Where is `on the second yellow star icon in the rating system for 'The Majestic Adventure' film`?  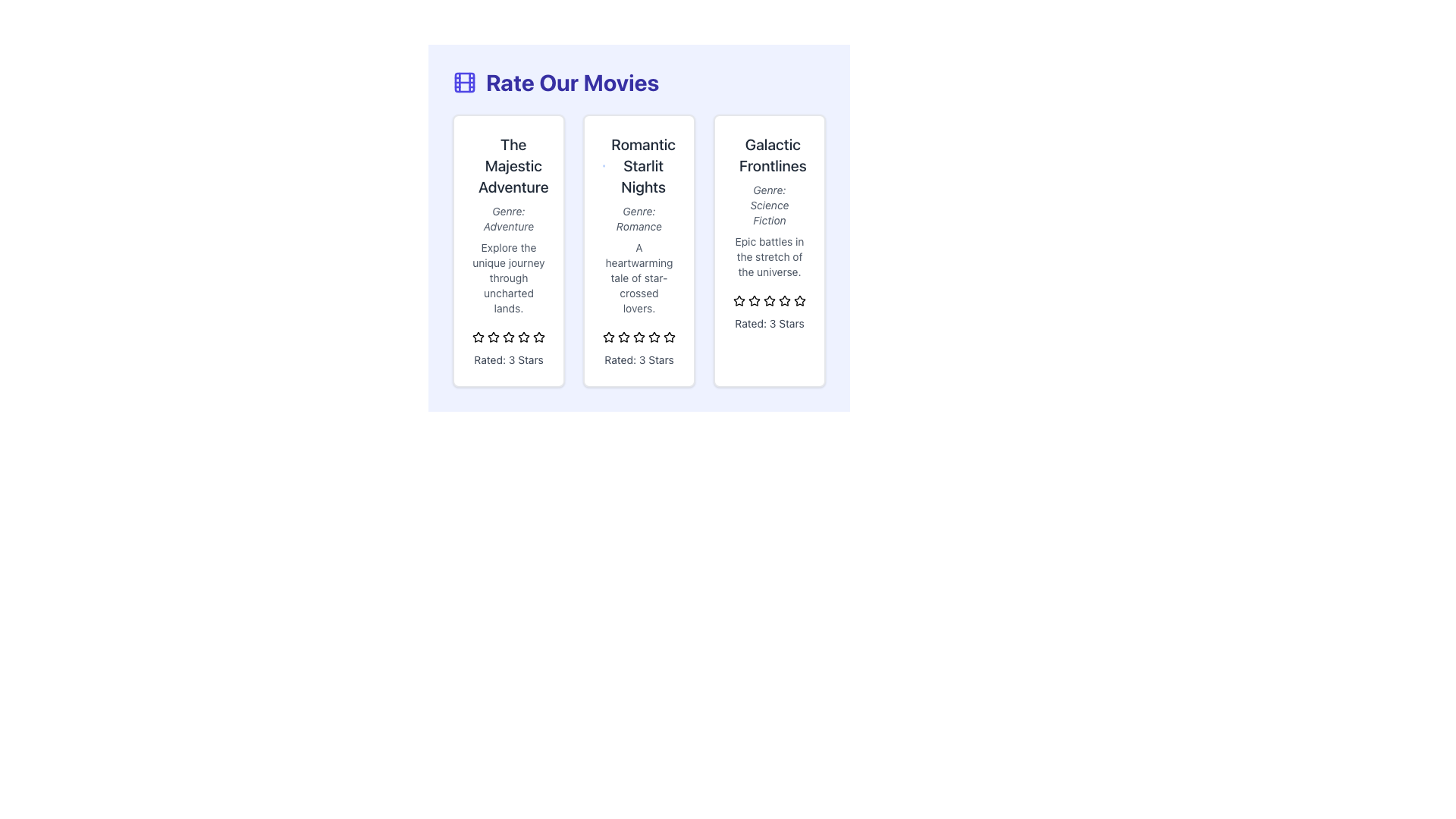
on the second yellow star icon in the rating system for 'The Majestic Adventure' film is located at coordinates (477, 336).